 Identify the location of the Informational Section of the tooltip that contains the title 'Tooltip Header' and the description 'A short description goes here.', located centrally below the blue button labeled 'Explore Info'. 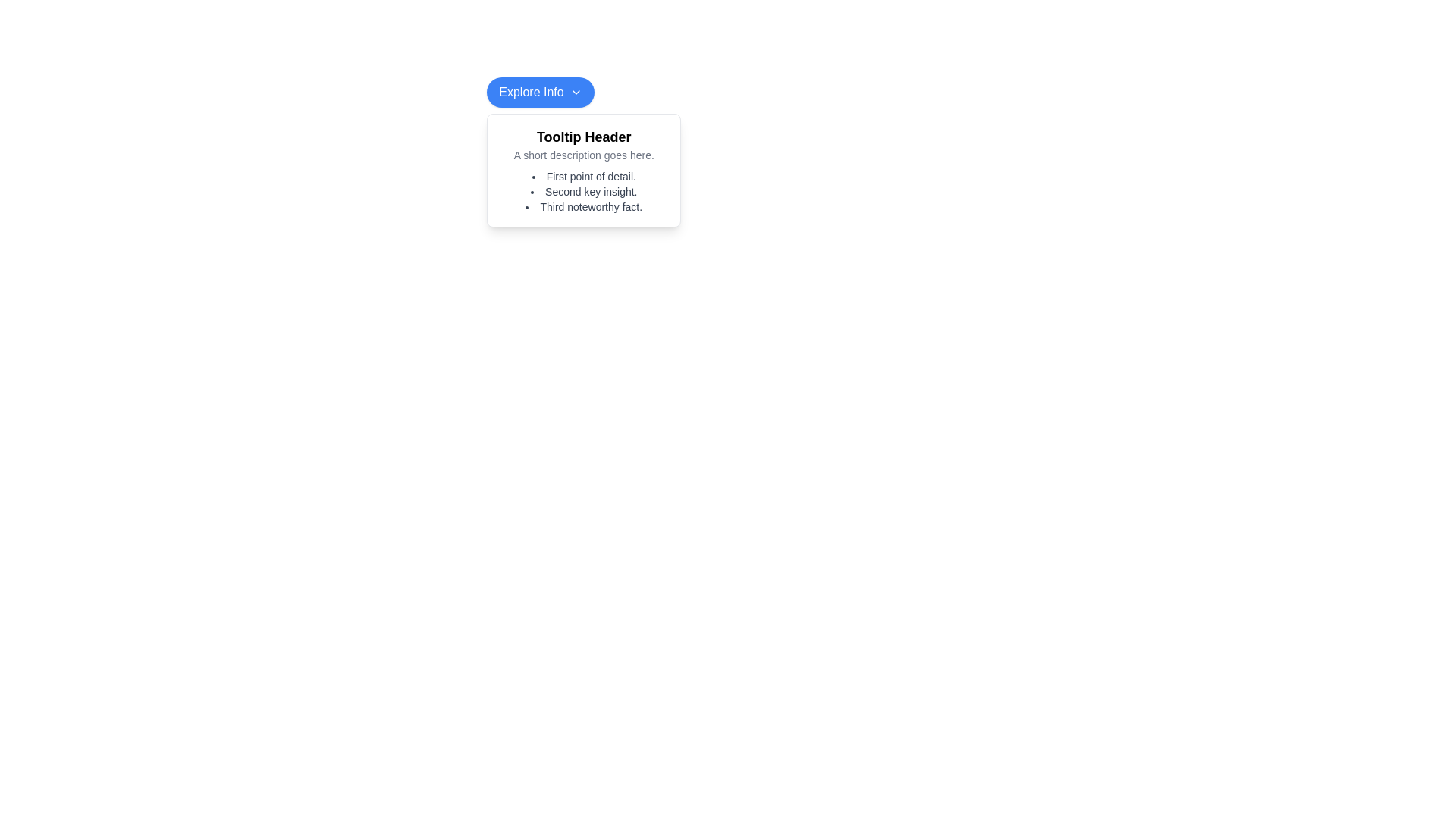
(583, 145).